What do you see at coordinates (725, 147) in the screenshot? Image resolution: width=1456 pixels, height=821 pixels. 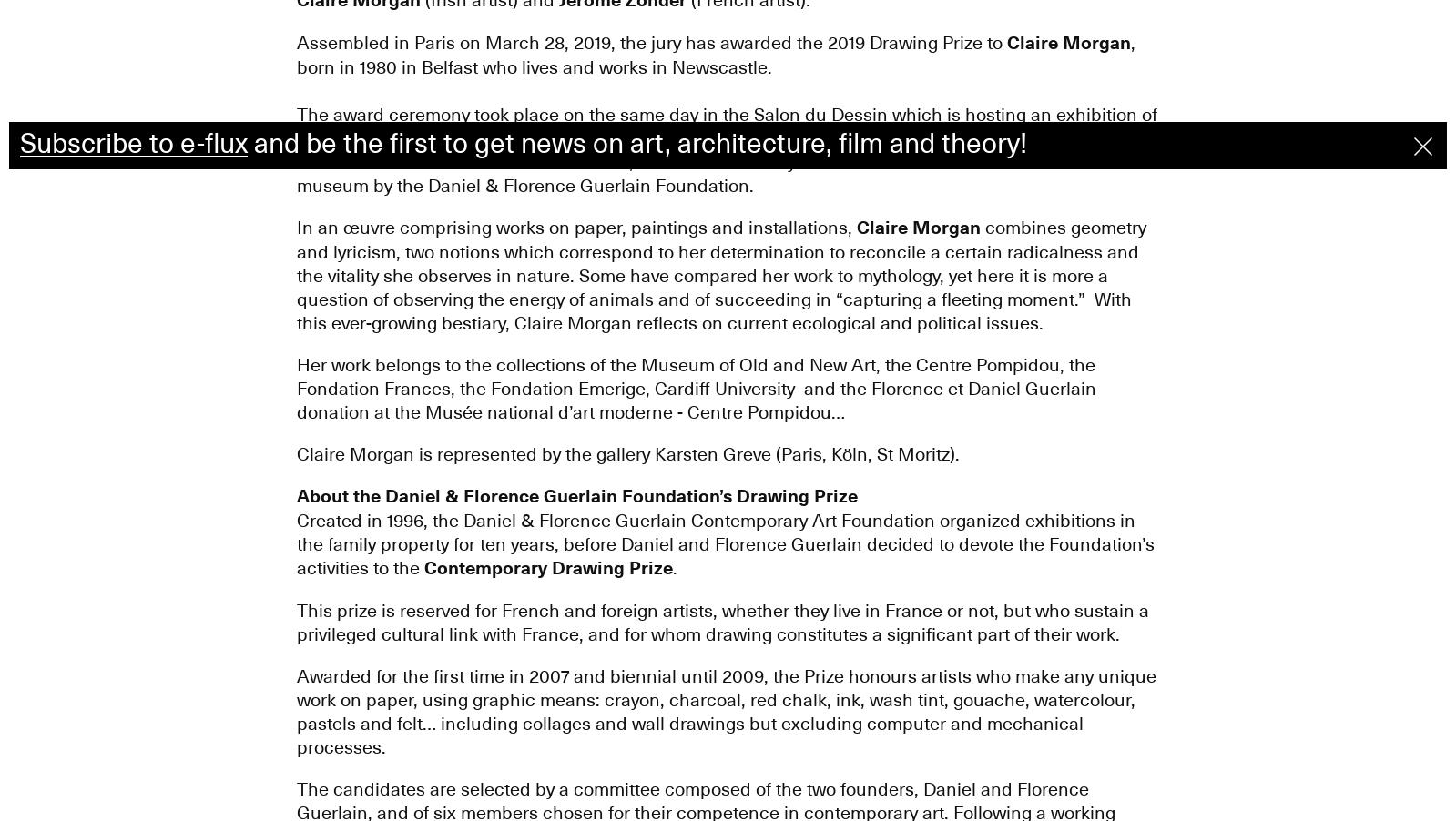 I see `'The award ceremony took place on the same day in the Salon du Dessin which is hosting an exhibition of the three nominated artists until April 1. The winner received a prize of 15,000 EUR, whilst the other two artists each received an endowment of 5,000 EUR. A work by the winner will be offered to a French museum by the Daniel & Florence Guerlain Foundation.'` at bounding box center [725, 147].